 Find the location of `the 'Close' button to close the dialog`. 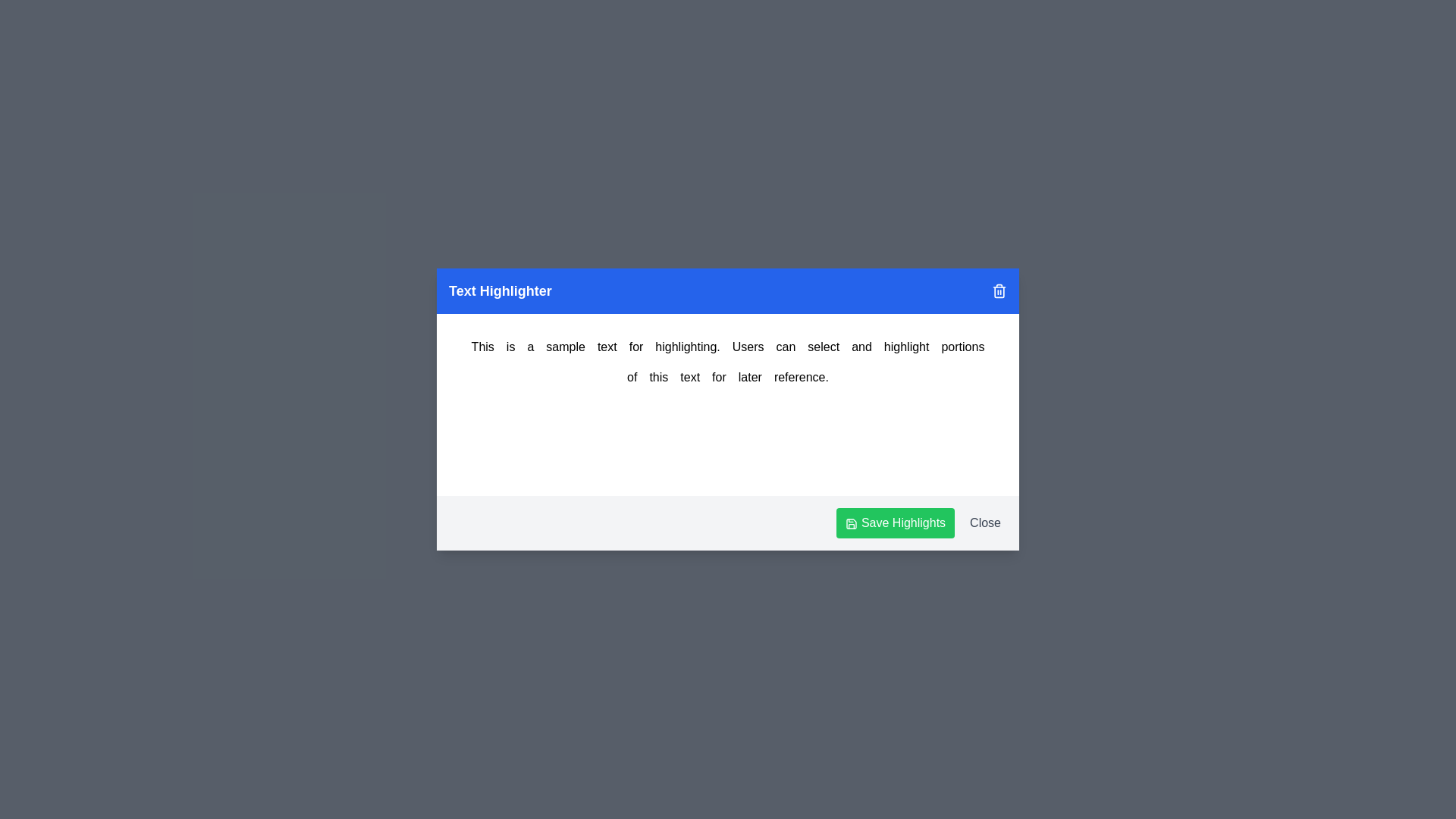

the 'Close' button to close the dialog is located at coordinates (985, 522).